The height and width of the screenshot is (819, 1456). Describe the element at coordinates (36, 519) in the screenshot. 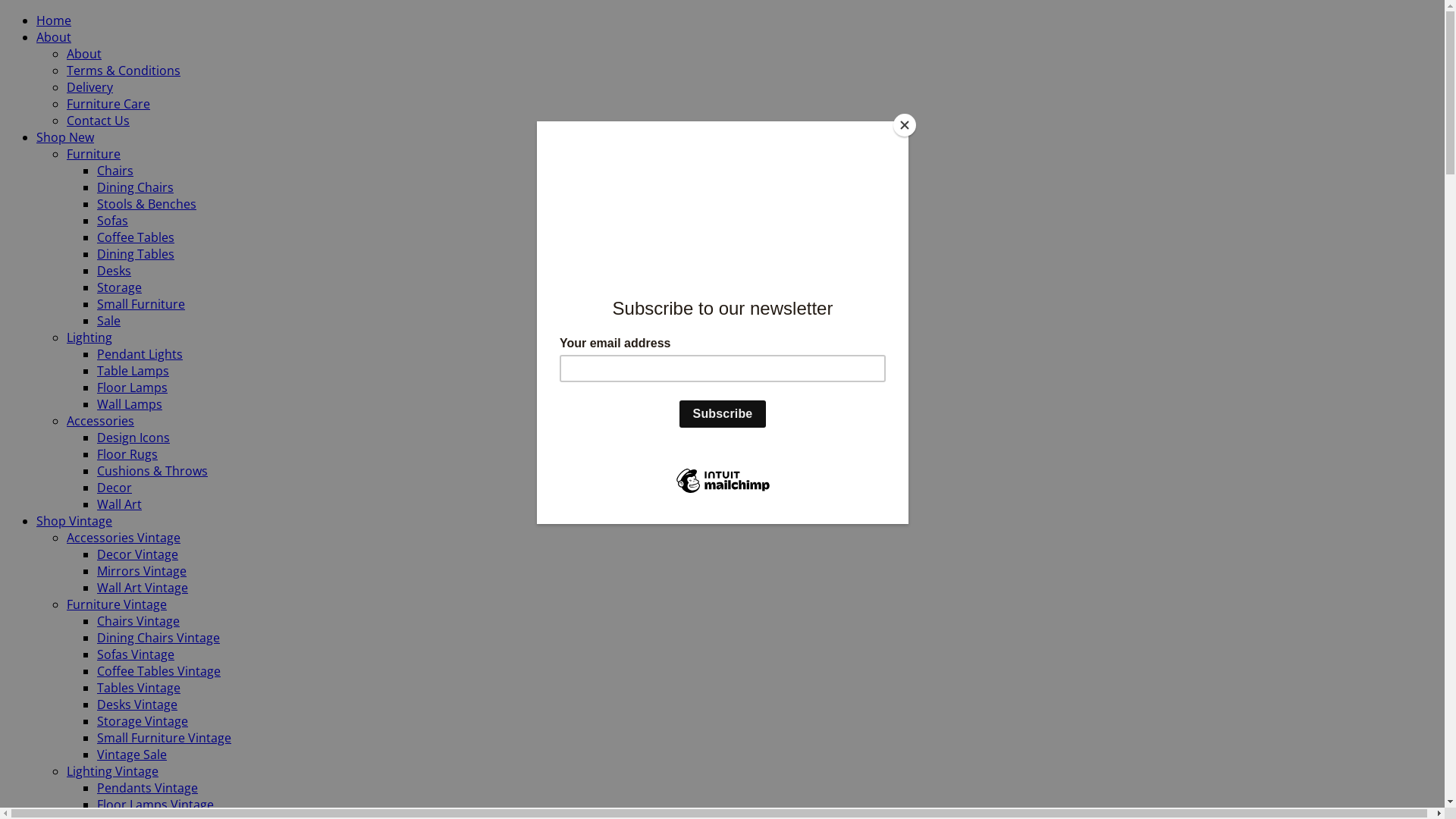

I see `'Shop Vintage'` at that location.